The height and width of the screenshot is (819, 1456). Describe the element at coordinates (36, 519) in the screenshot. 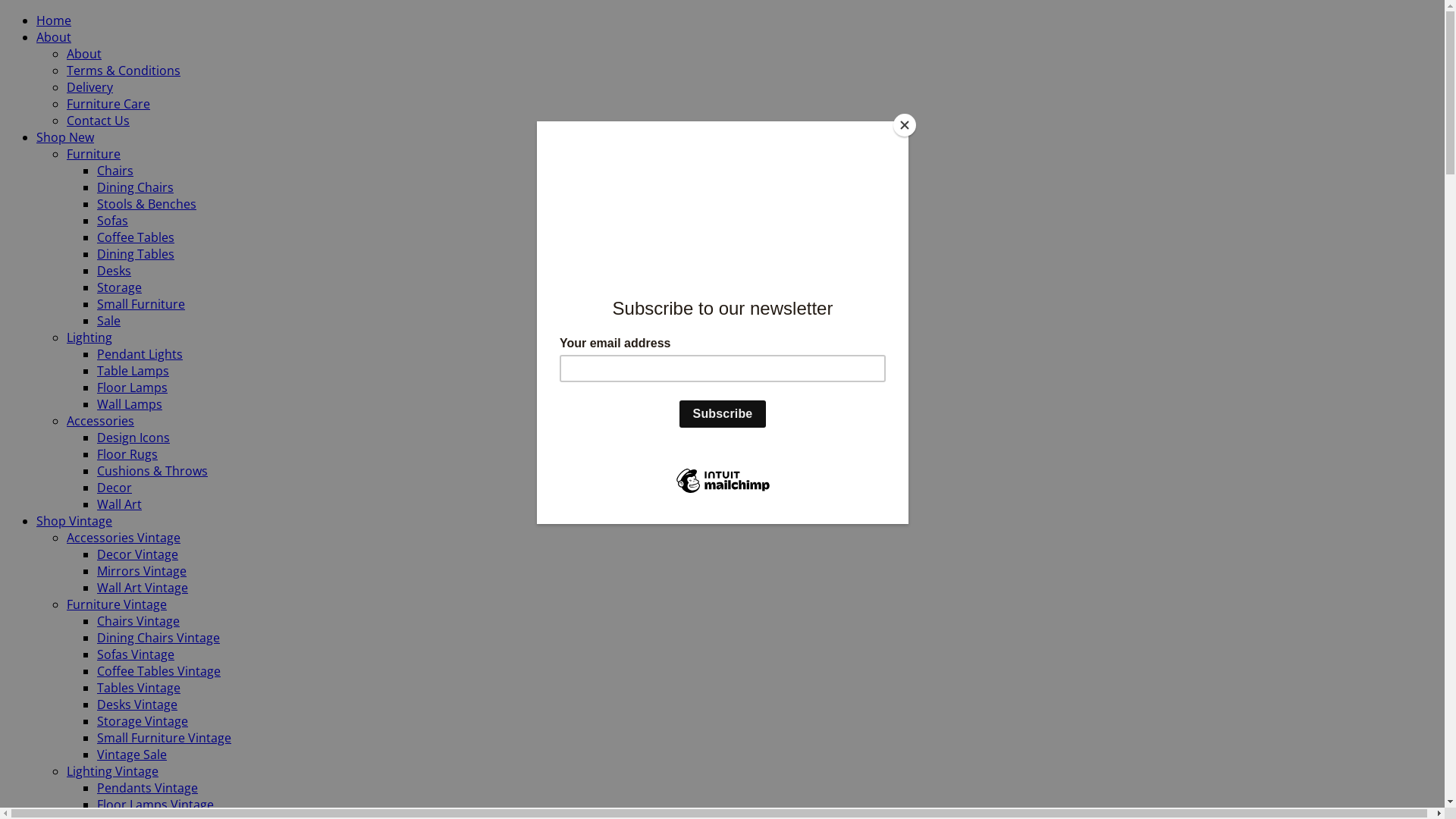

I see `'Shop Vintage'` at that location.